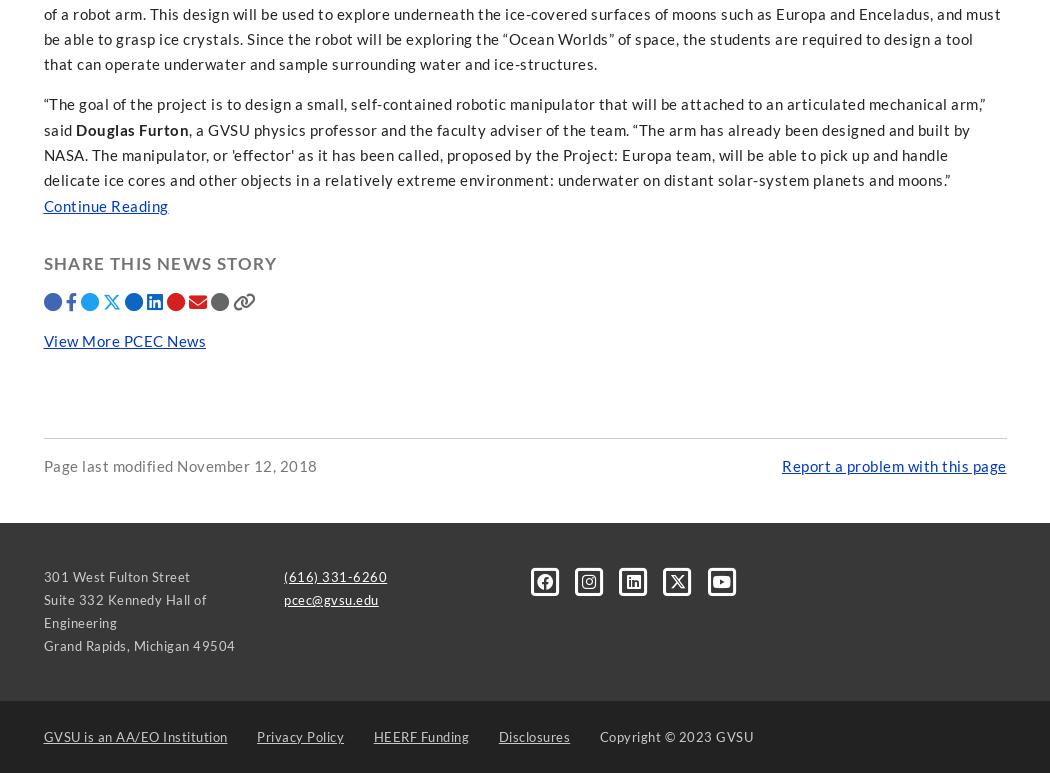 This screenshot has width=1050, height=773. I want to click on 'Share this news story', so click(42, 261).